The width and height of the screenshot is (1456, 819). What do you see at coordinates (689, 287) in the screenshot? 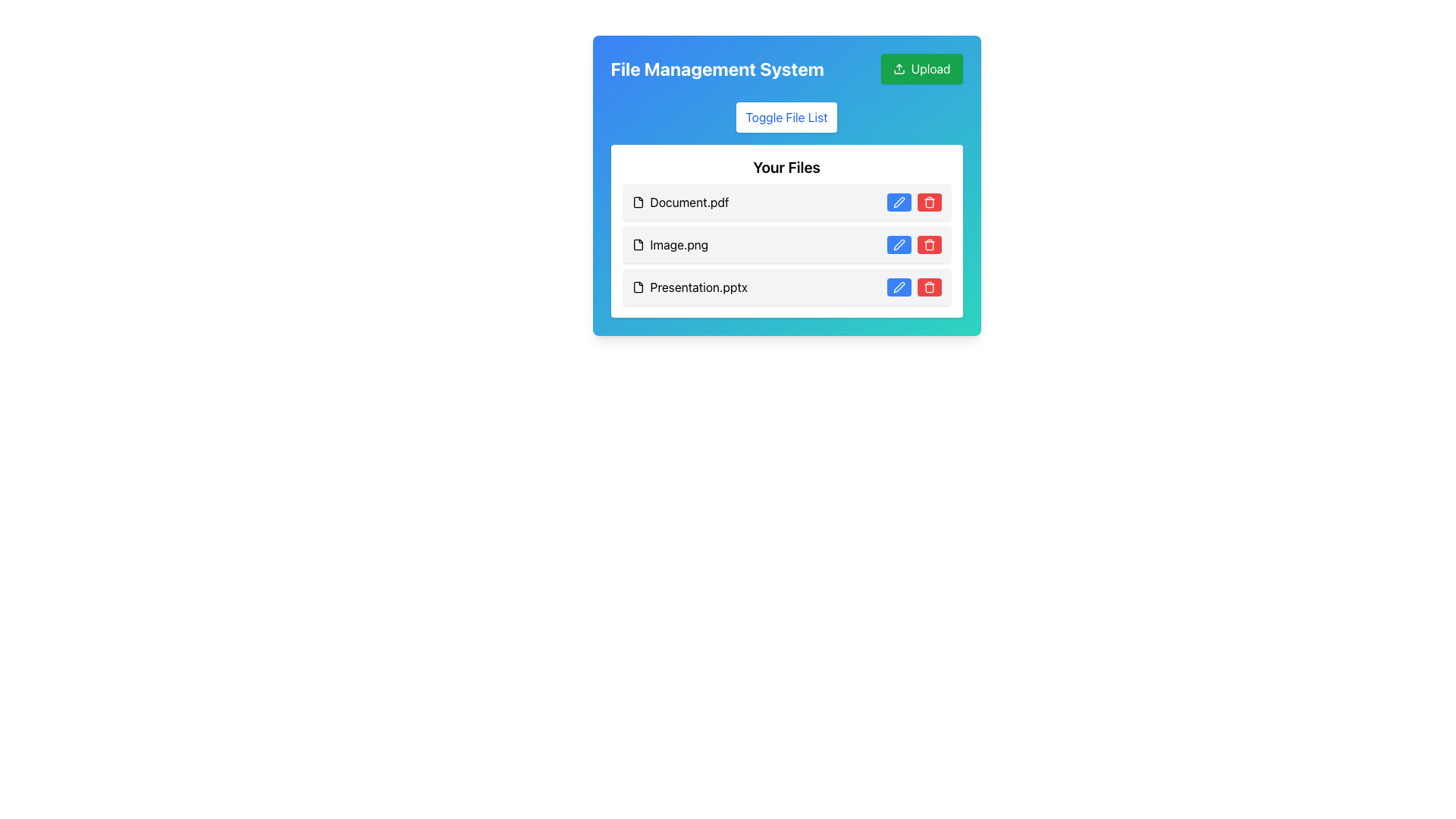
I see `the Label displaying the filename 'Presentation.pptx' accompanied by an icon, which is the third entry in the file list under 'Your Files'` at bounding box center [689, 287].